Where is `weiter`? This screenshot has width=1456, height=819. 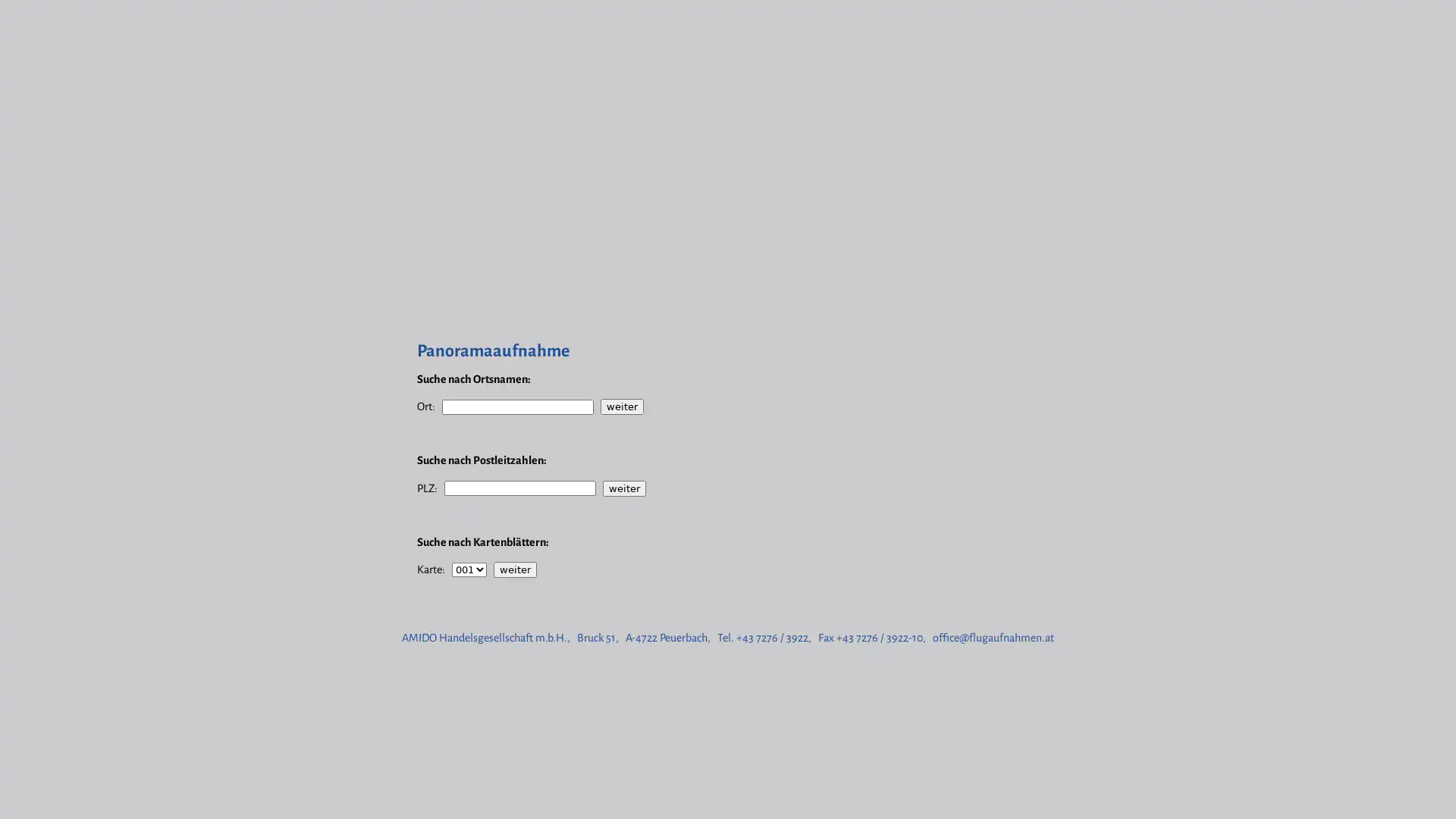 weiter is located at coordinates (624, 488).